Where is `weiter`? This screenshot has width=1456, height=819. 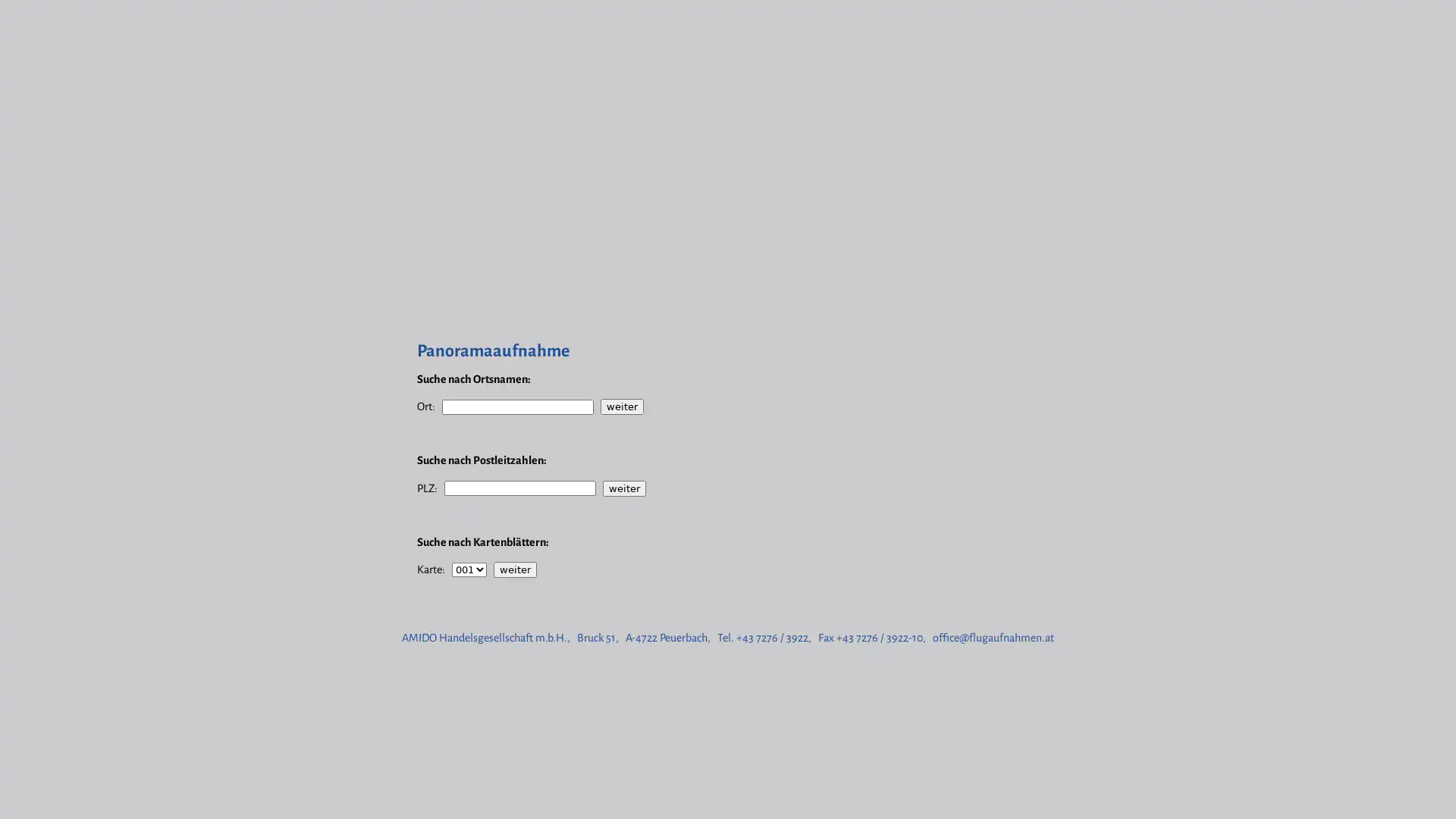 weiter is located at coordinates (624, 488).